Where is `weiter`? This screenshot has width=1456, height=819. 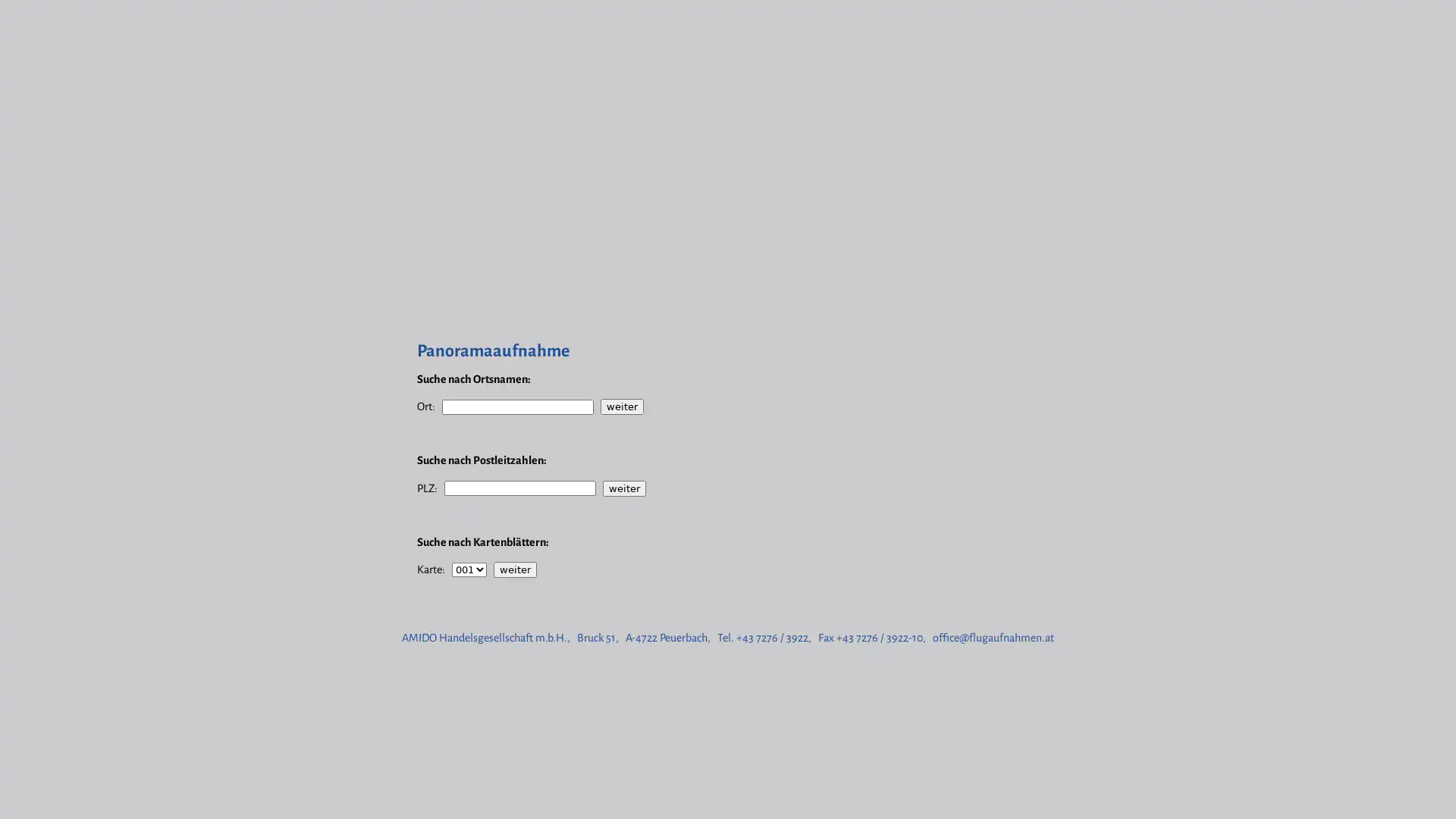 weiter is located at coordinates (624, 488).